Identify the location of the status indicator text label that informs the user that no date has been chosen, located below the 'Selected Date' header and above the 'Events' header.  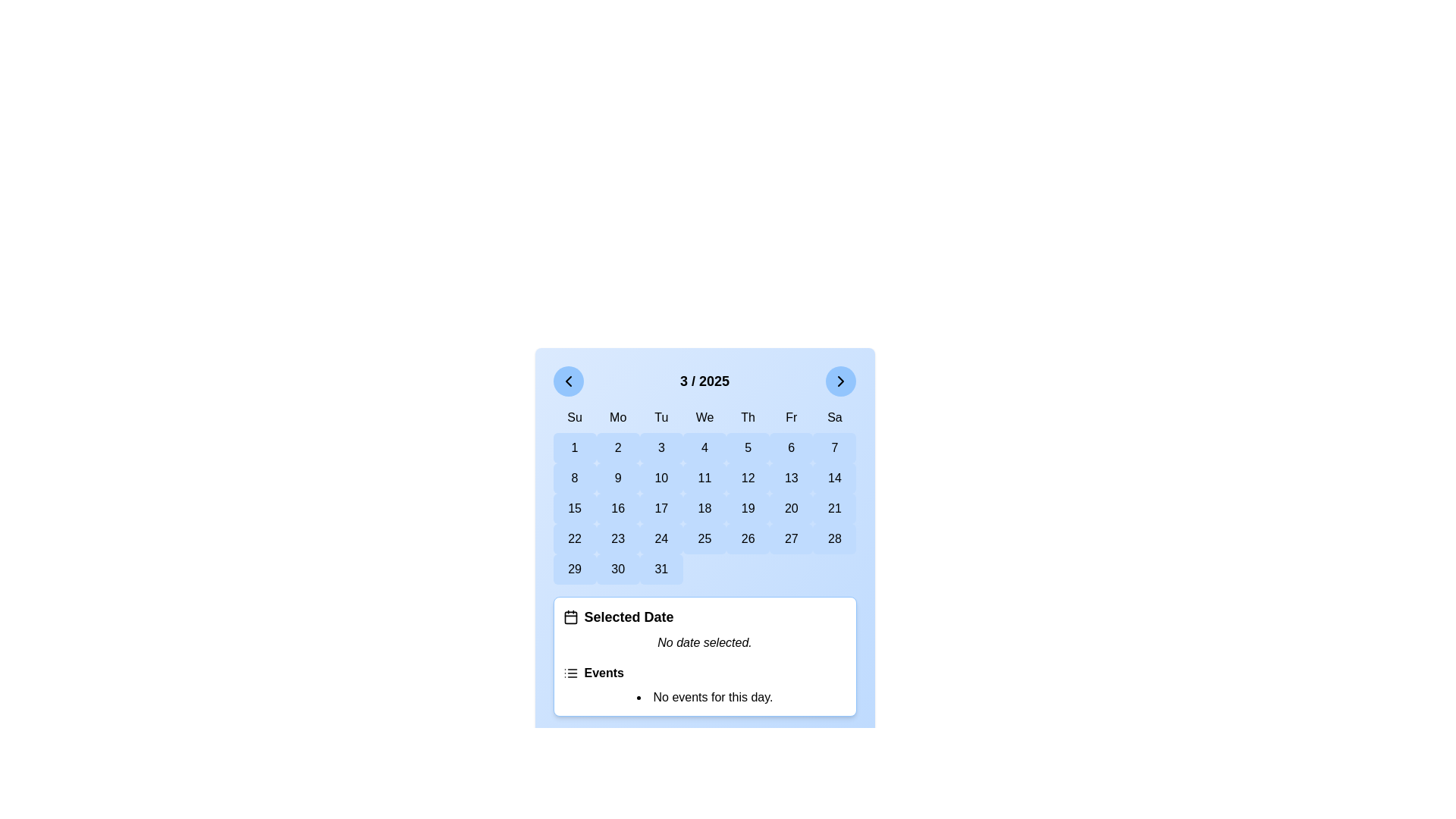
(704, 643).